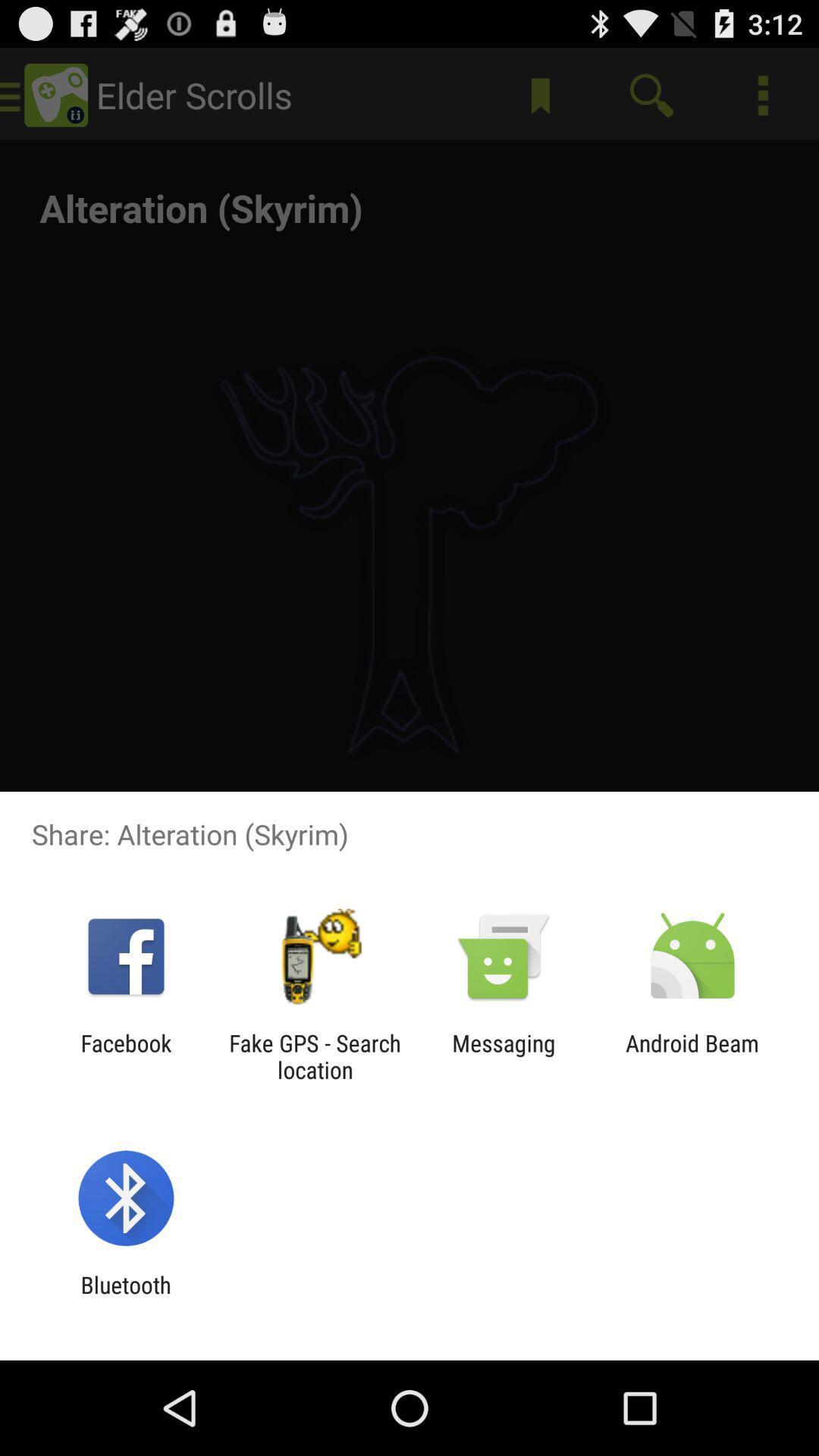  Describe the element at coordinates (504, 1056) in the screenshot. I see `the icon next to the fake gps search` at that location.